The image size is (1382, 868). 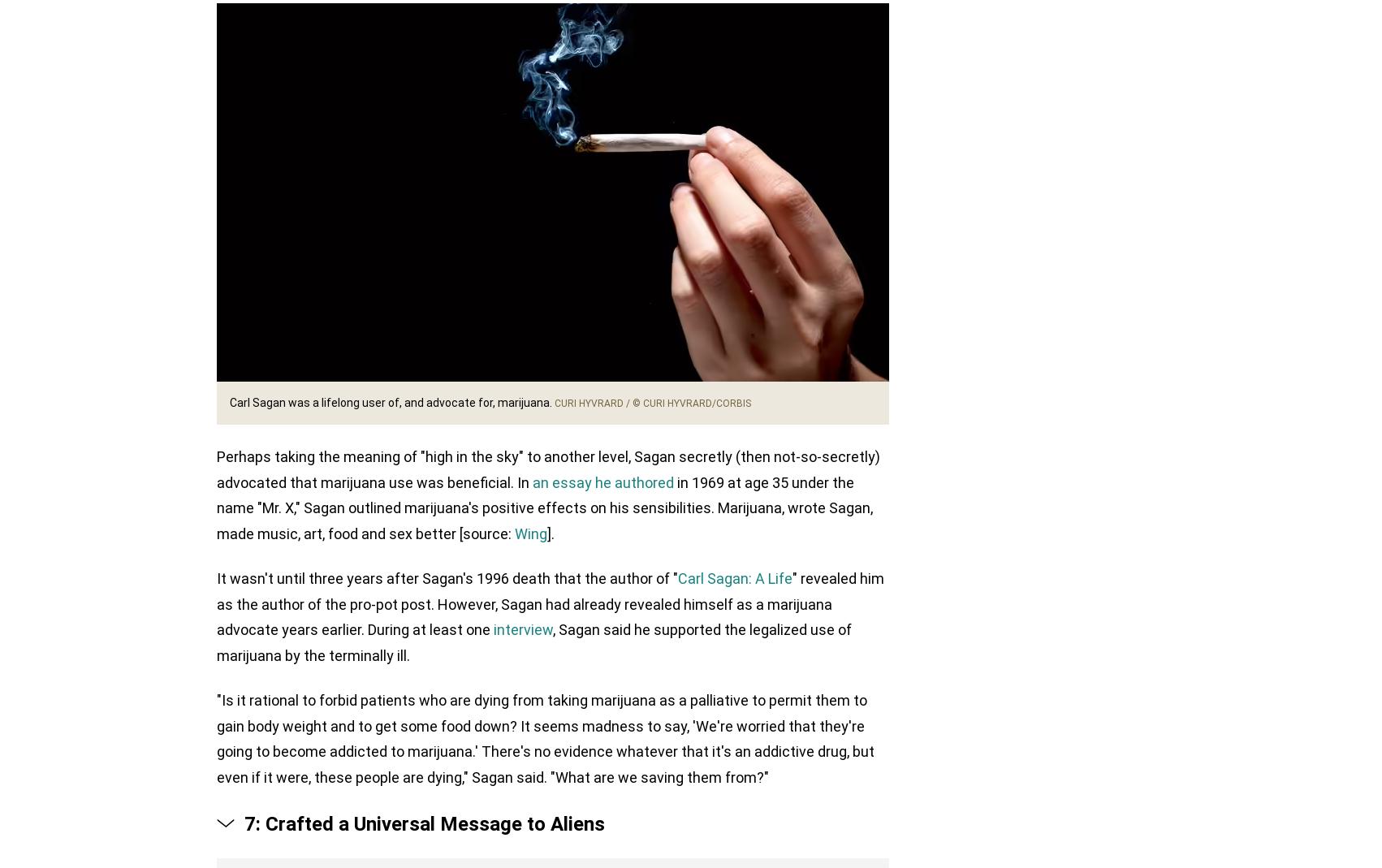 What do you see at coordinates (531, 533) in the screenshot?
I see `'Wing'` at bounding box center [531, 533].